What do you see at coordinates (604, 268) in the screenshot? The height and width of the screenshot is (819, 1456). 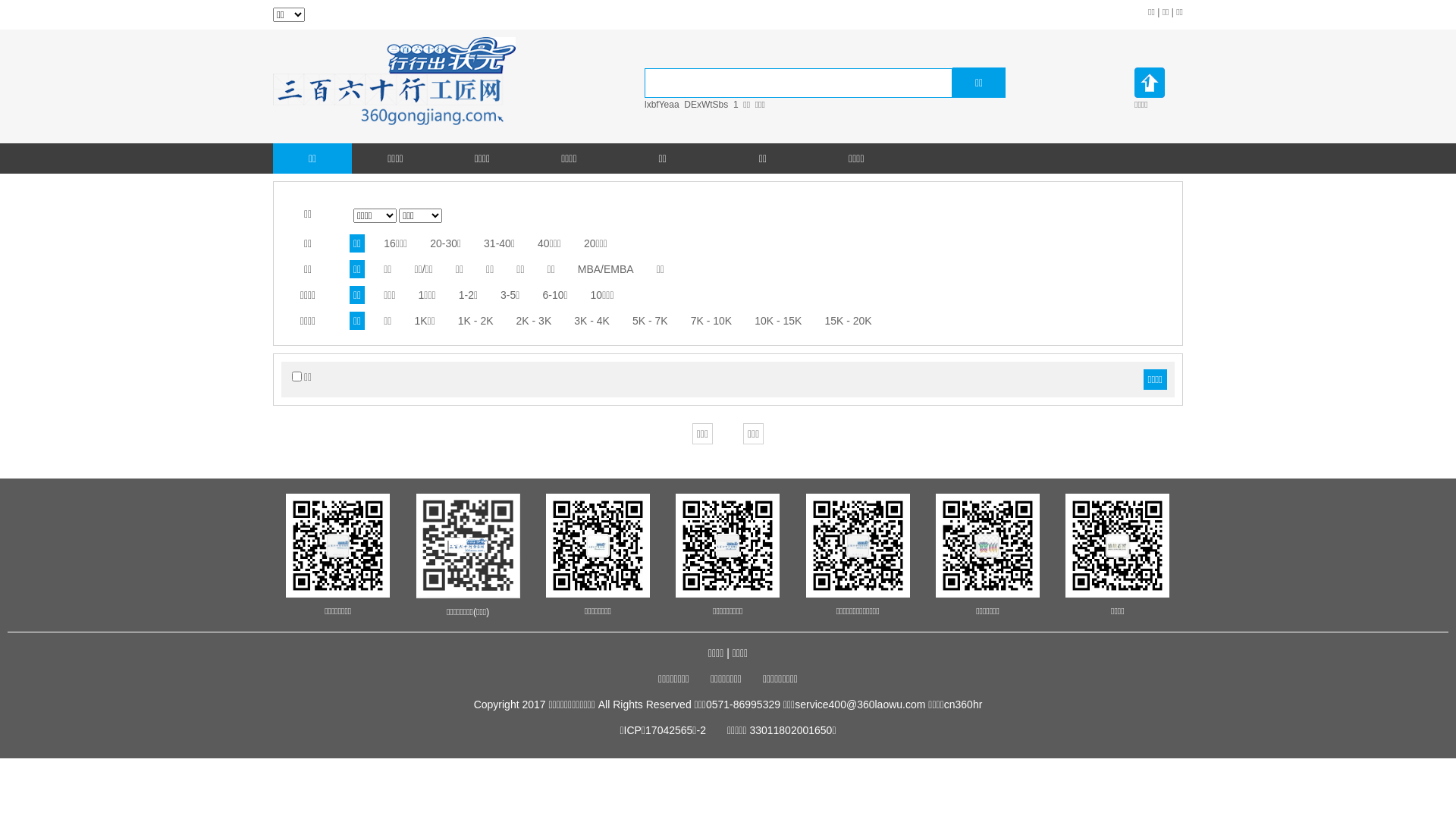 I see `'MBA/EMBA'` at bounding box center [604, 268].